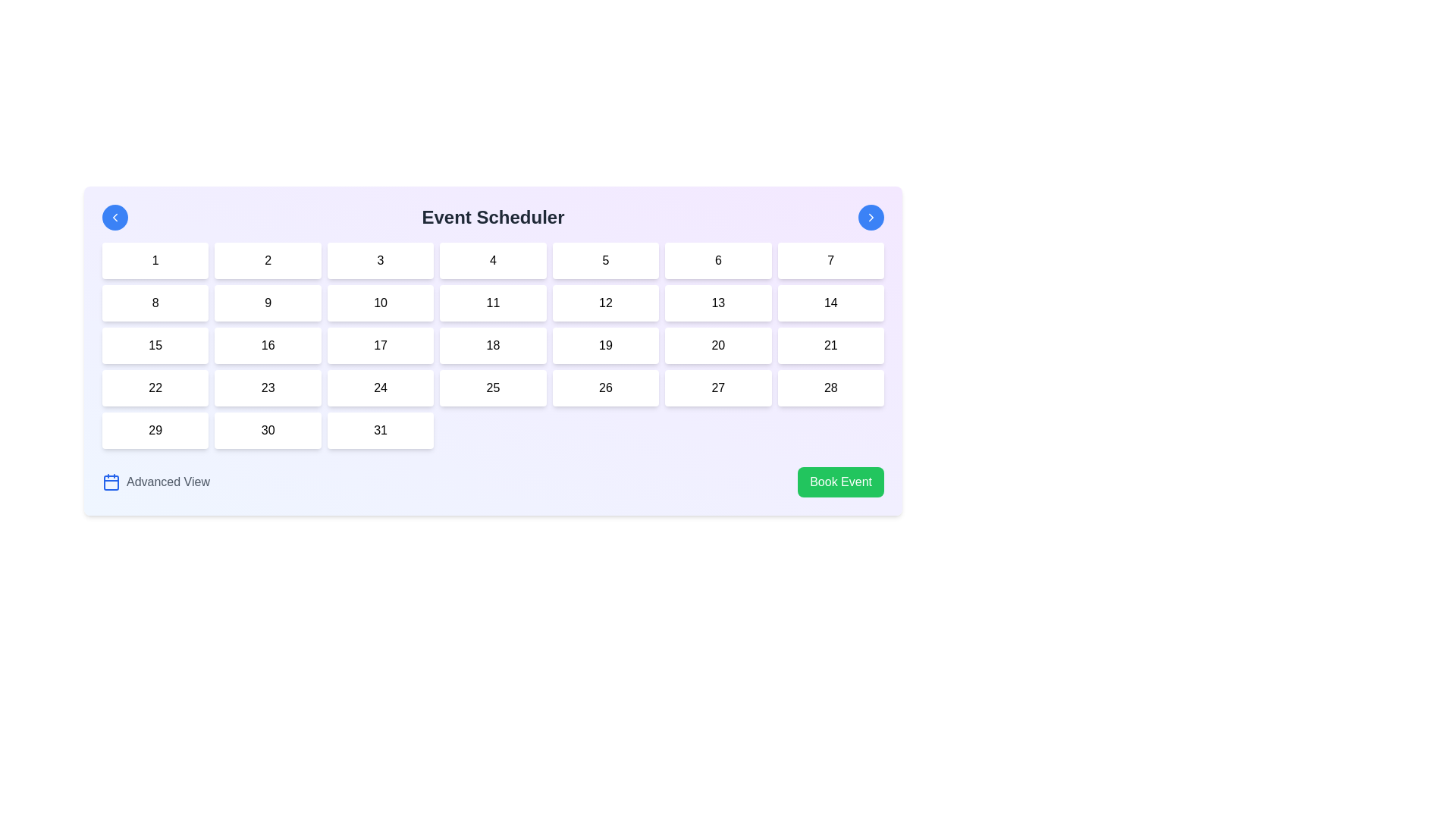 This screenshot has height=819, width=1456. I want to click on the rectangular button with a white background and the numeral '1', located at the top-left corner of a 7-column grid layout, so click(155, 259).